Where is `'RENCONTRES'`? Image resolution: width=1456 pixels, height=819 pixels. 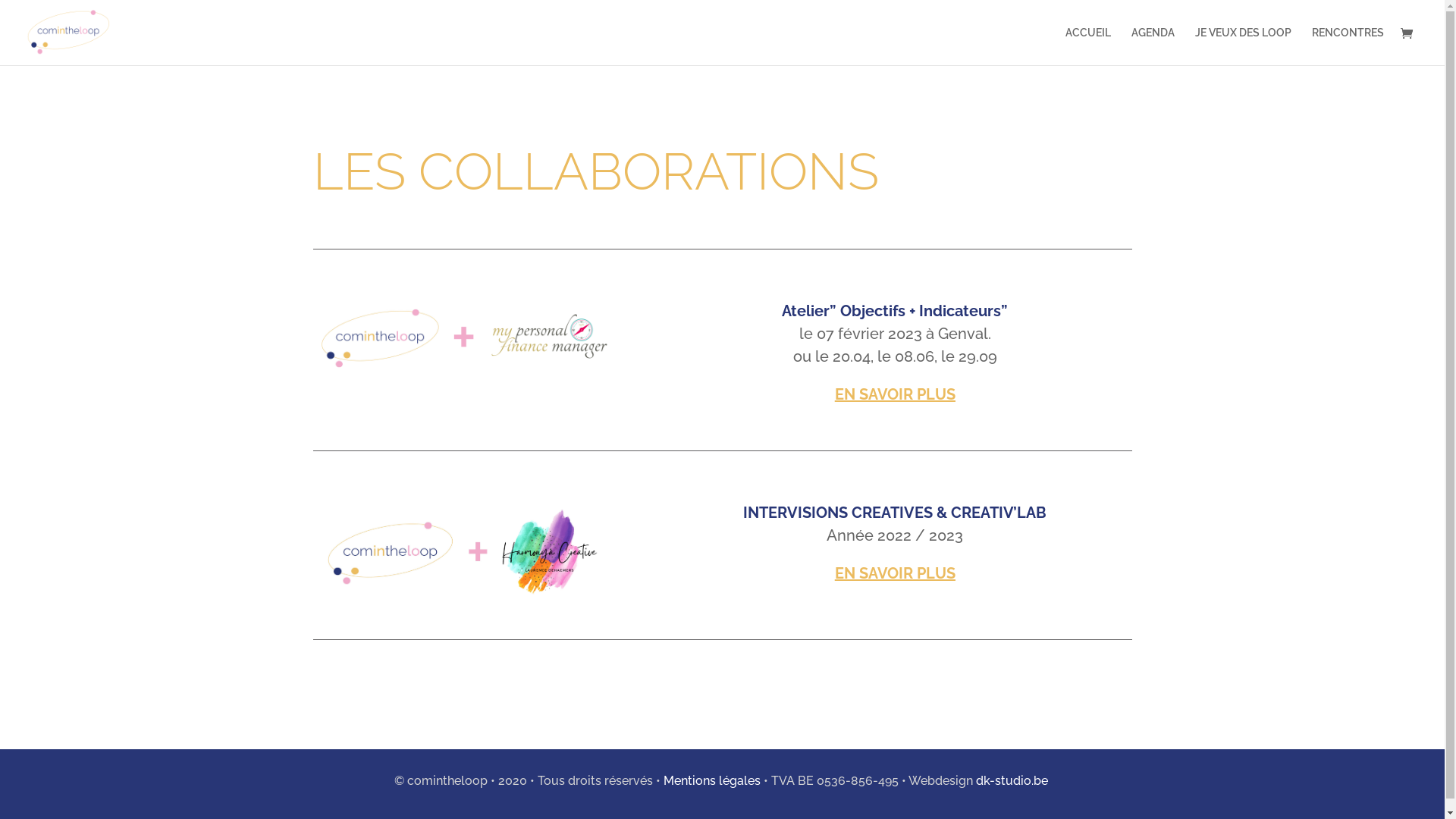
'RENCONTRES' is located at coordinates (1348, 45).